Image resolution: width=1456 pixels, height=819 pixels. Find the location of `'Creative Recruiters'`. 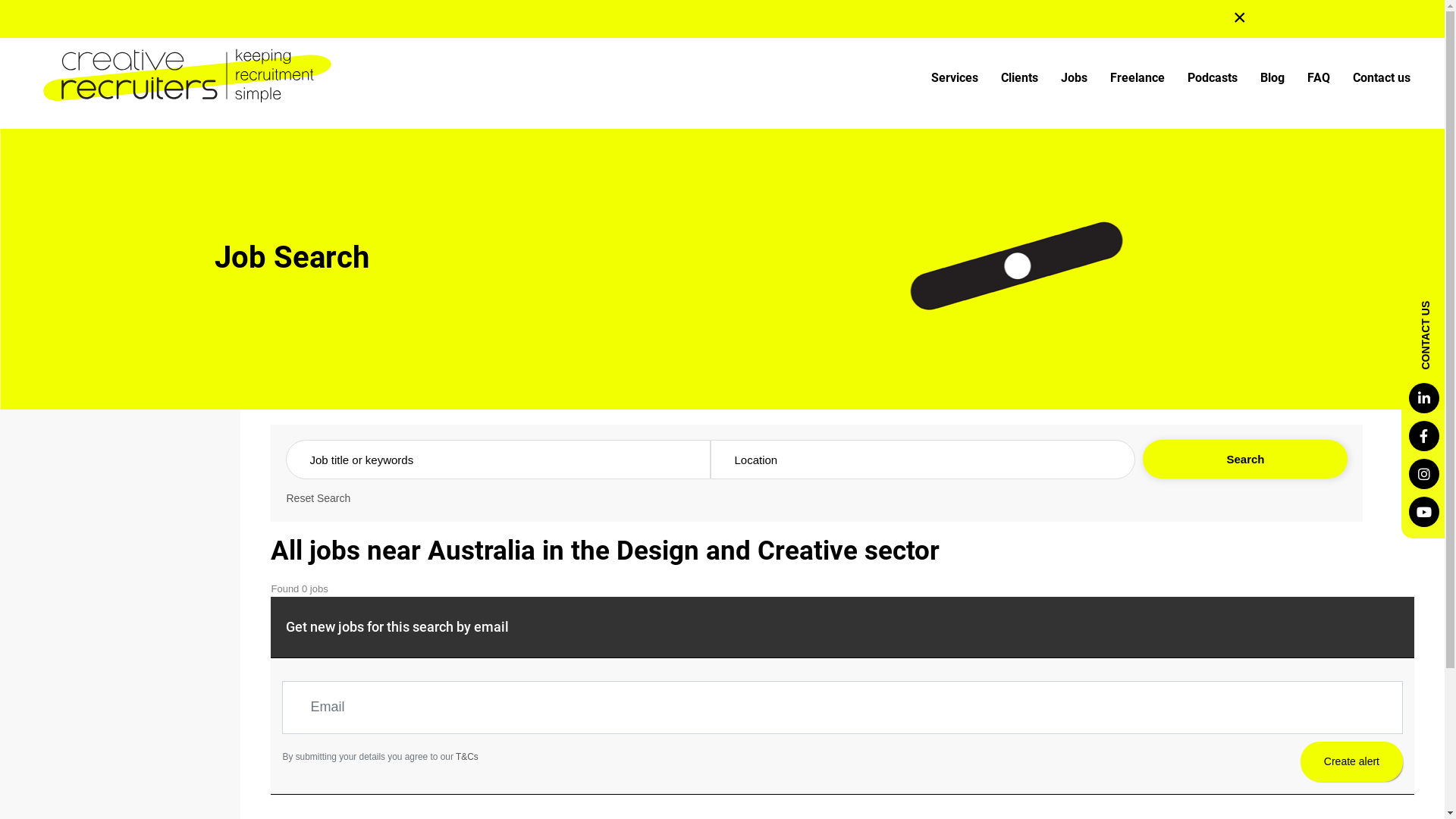

'Creative Recruiters' is located at coordinates (182, 76).